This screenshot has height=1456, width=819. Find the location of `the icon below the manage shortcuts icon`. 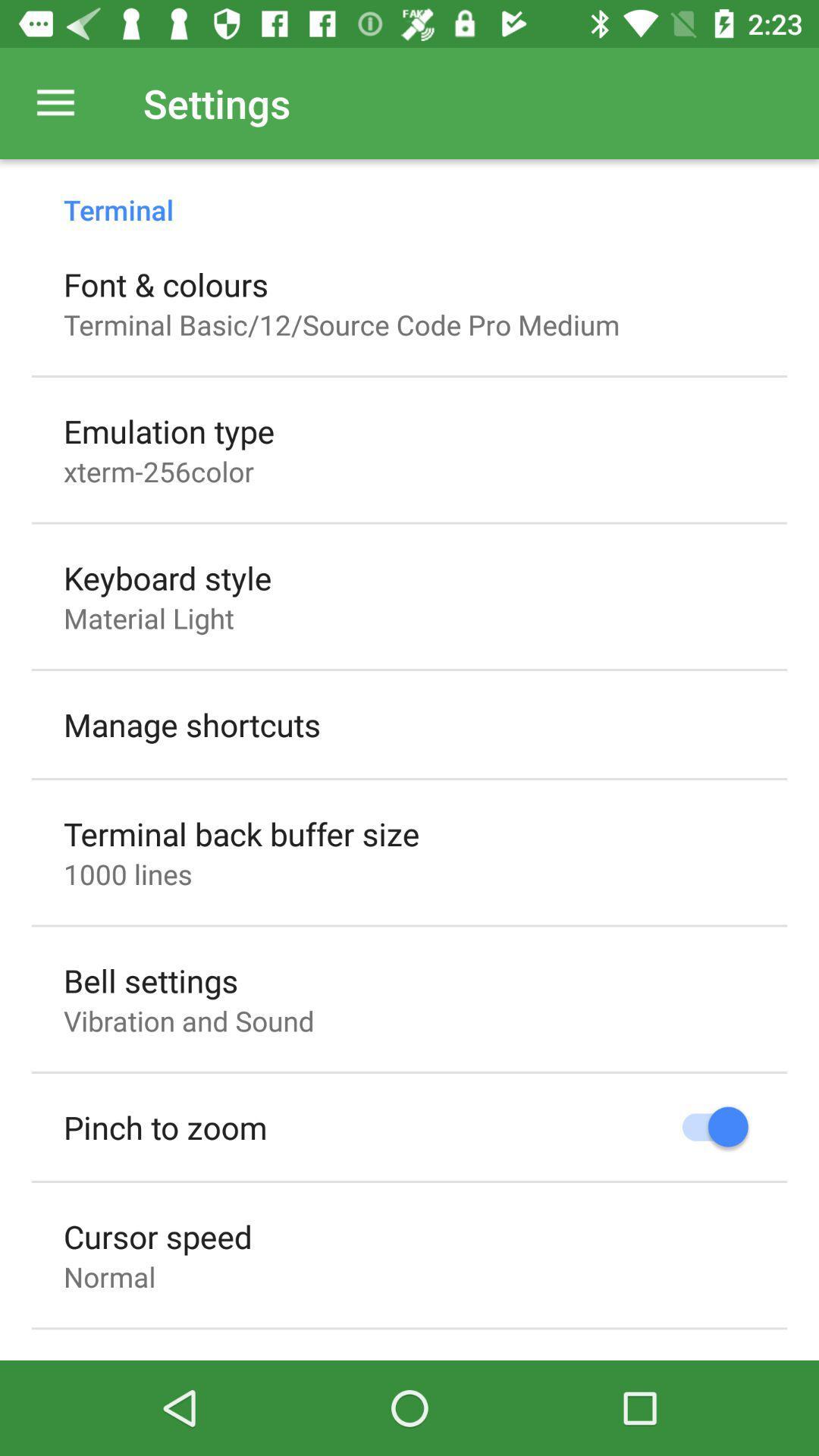

the icon below the manage shortcuts icon is located at coordinates (240, 833).